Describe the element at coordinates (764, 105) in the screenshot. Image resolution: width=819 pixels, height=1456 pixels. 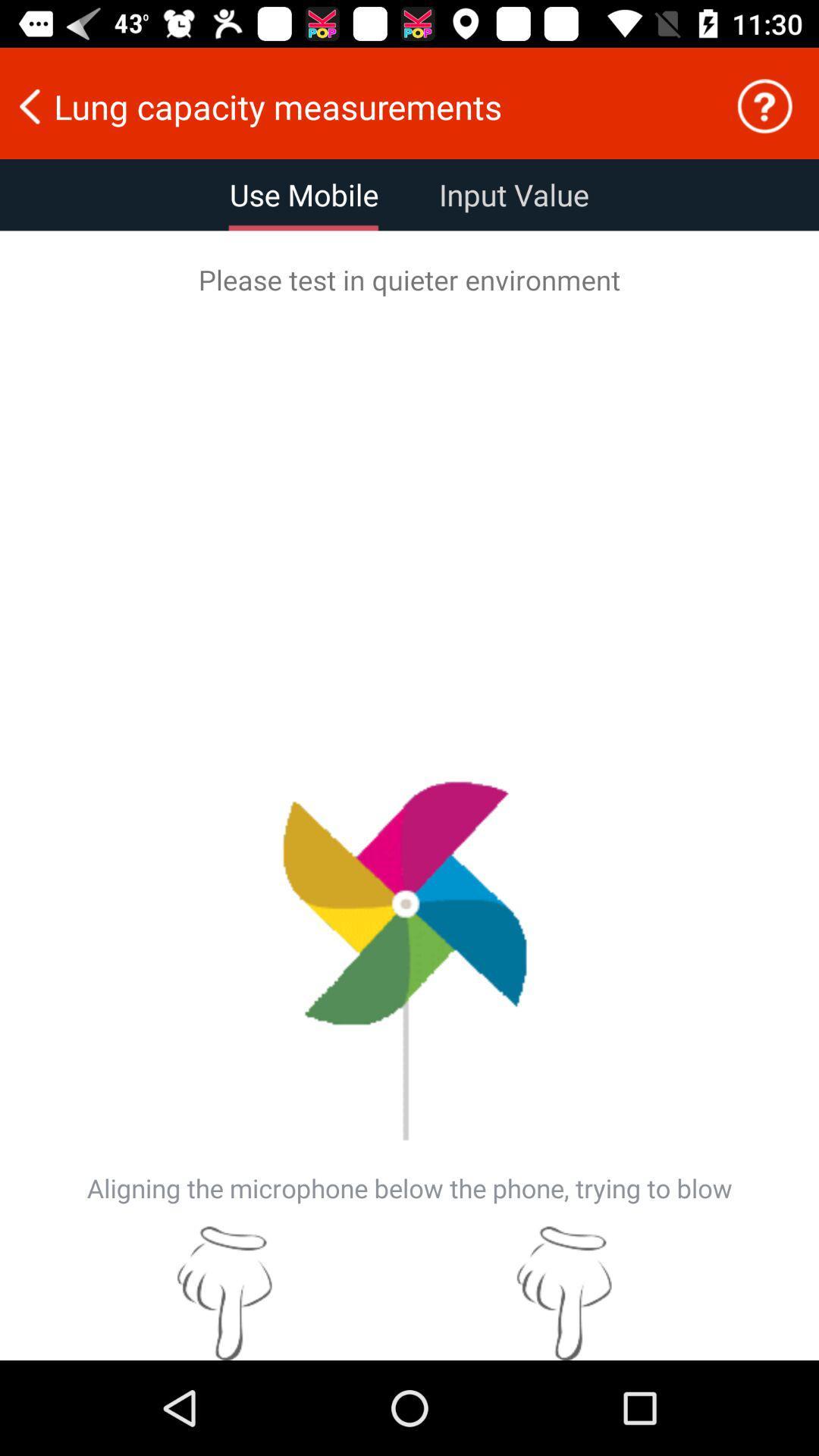
I see `icon above please test in icon` at that location.